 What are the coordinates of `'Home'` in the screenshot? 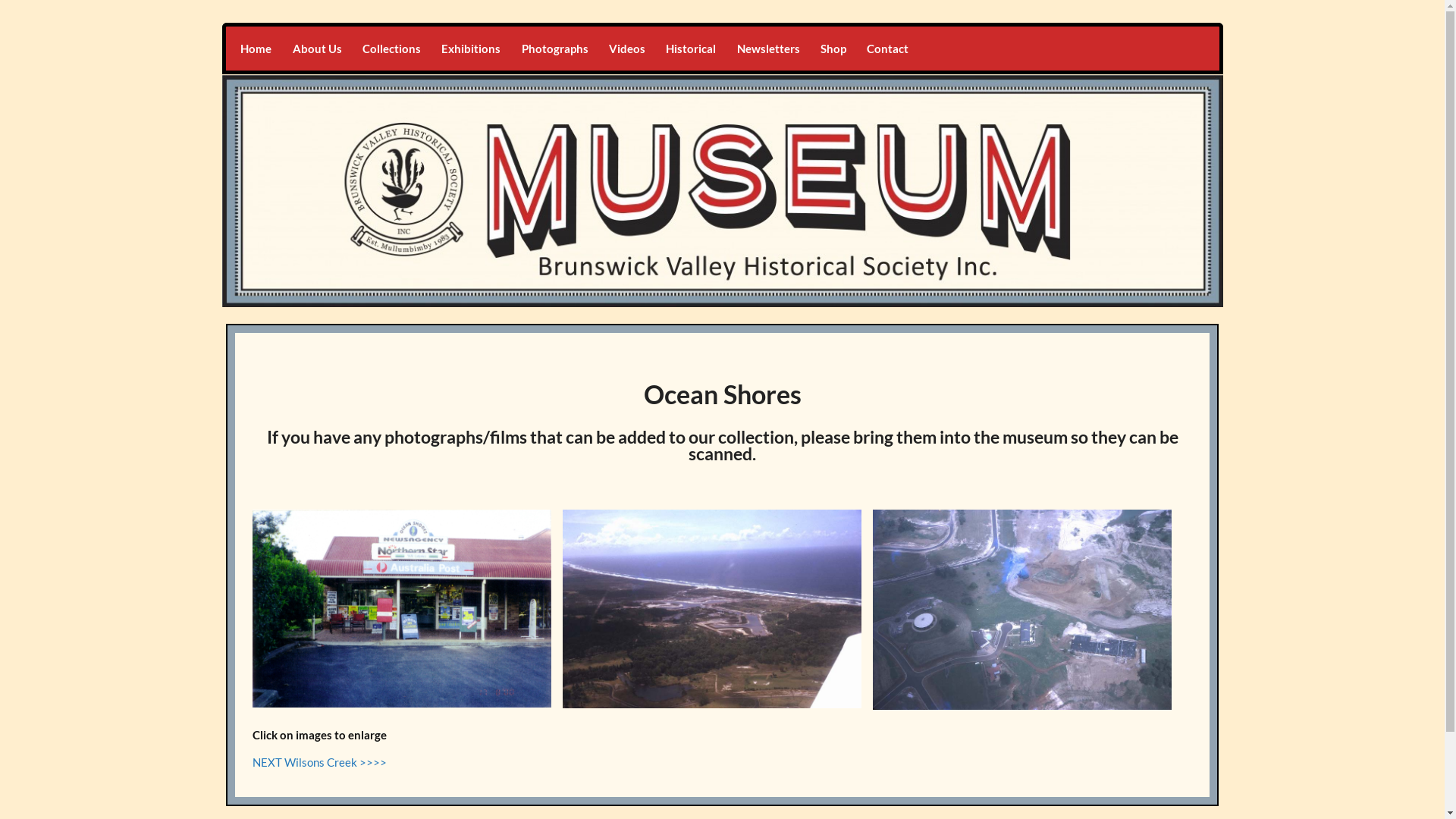 It's located at (229, 48).